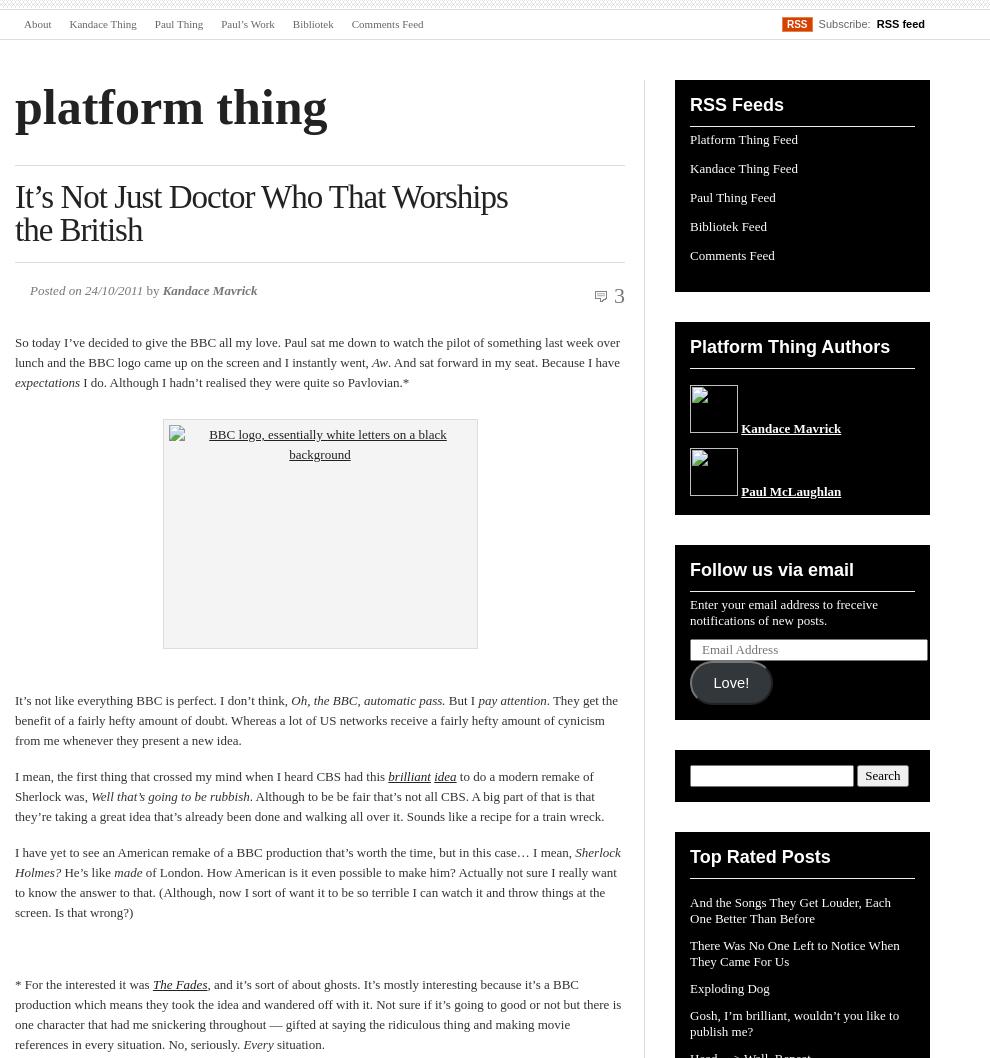  Describe the element at coordinates (14, 351) in the screenshot. I see `'So today I’ve decided to give the BBC all my love. Paul sat me down to watch the pilot of something last week over lunch and the BBC logo came up on the screen and I instantly went,'` at that location.